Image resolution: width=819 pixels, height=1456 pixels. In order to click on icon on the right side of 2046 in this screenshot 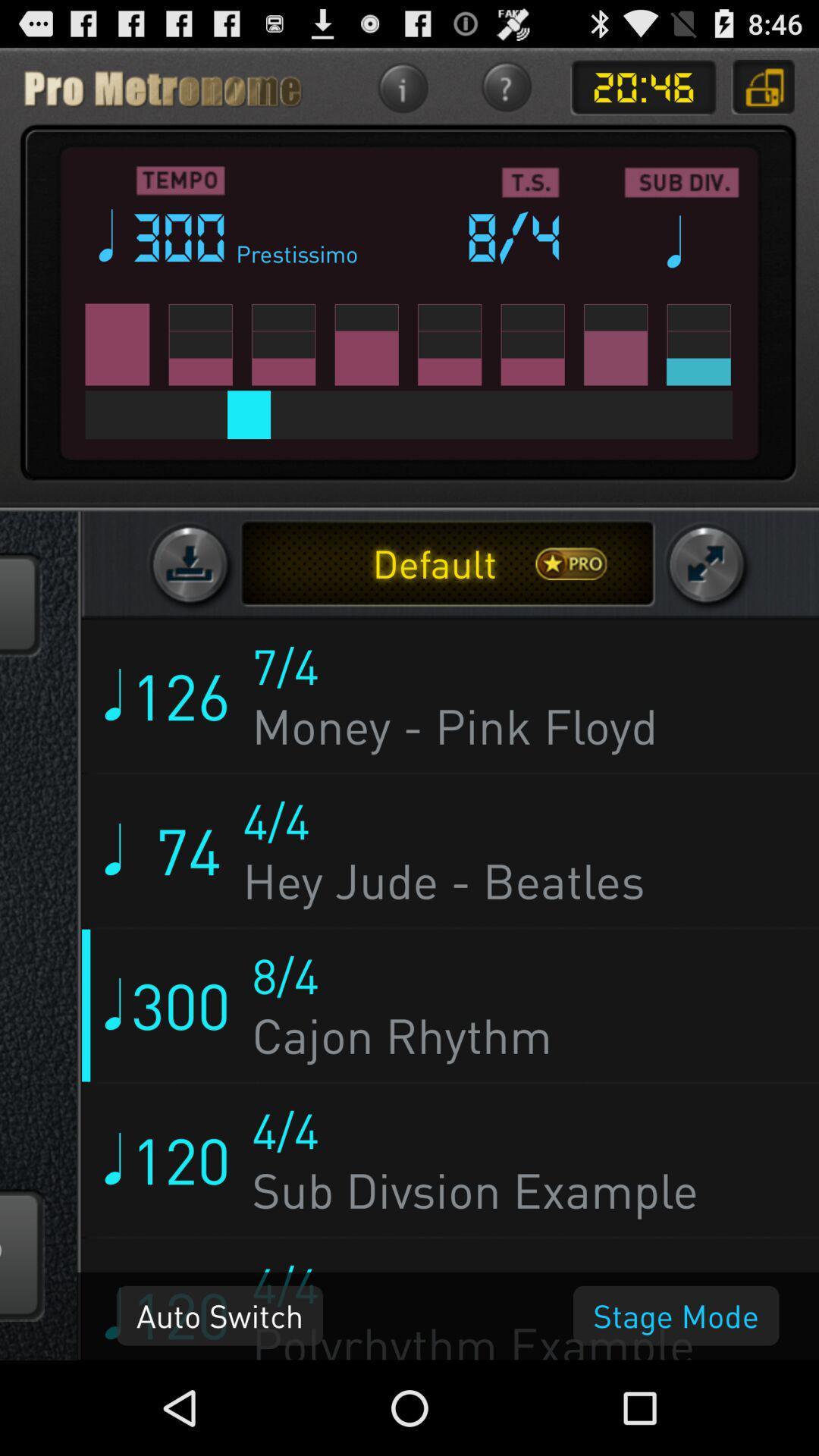, I will do `click(764, 86)`.